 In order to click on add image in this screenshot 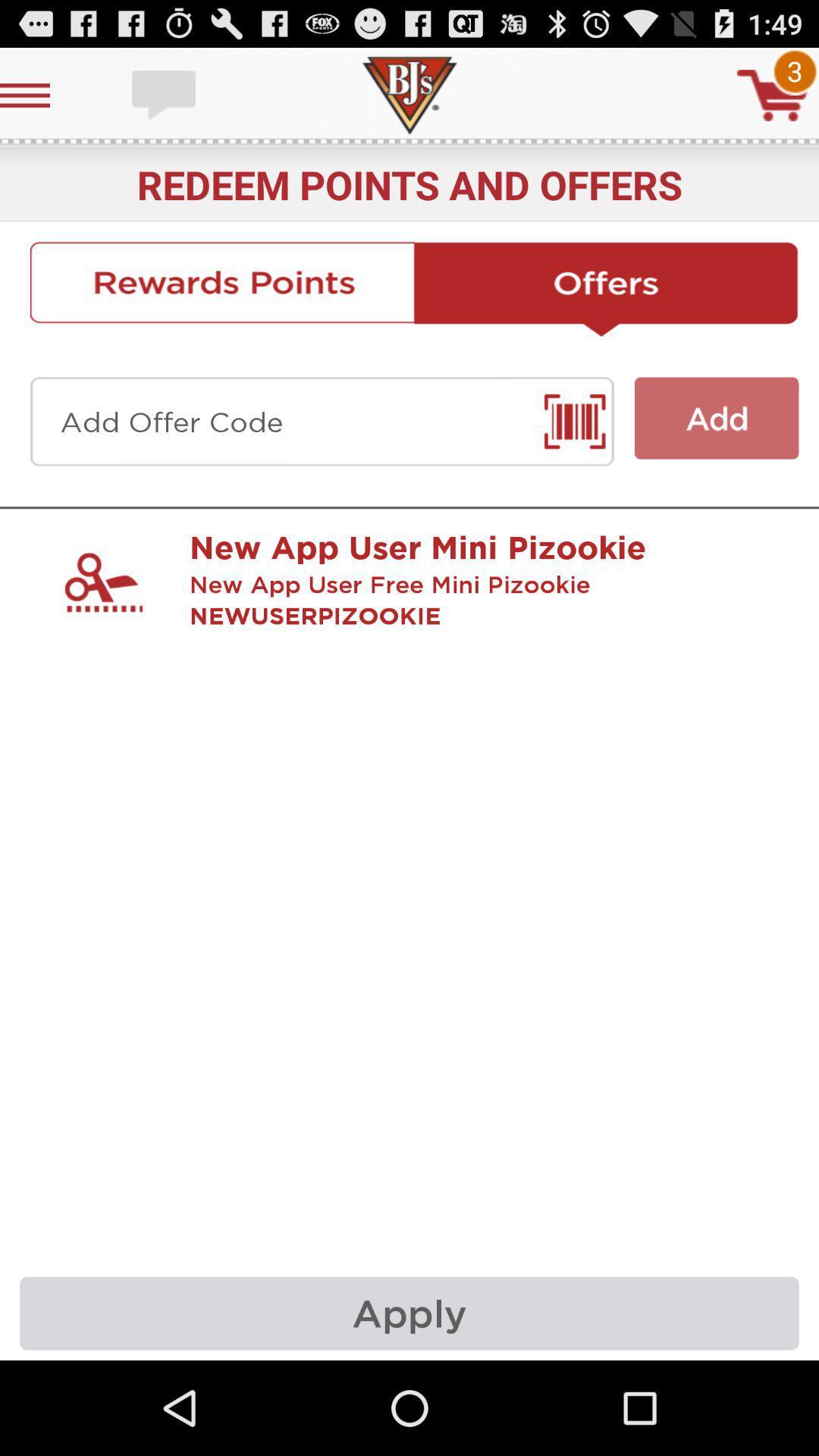, I will do `click(717, 418)`.